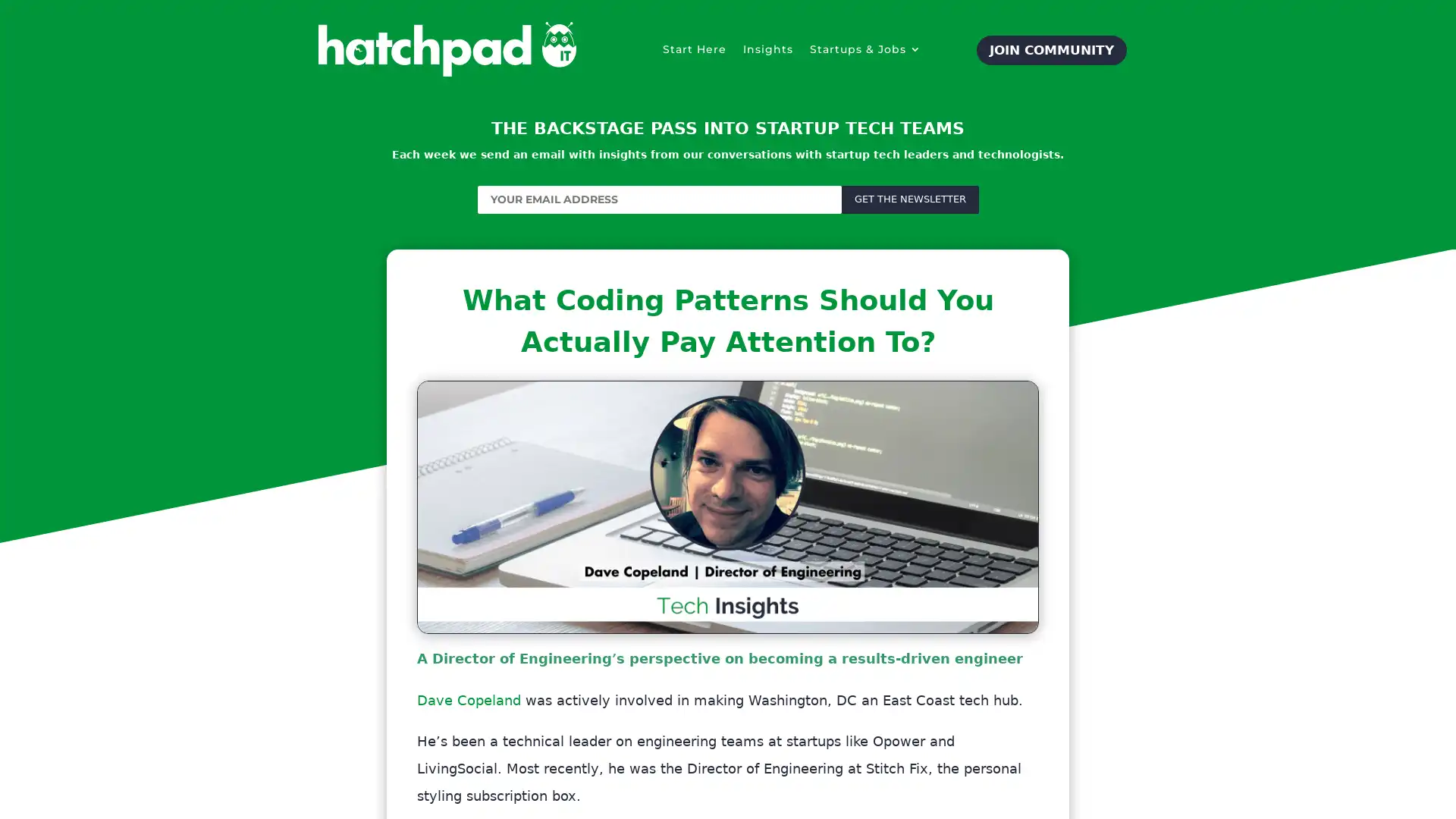 The height and width of the screenshot is (819, 1456). I want to click on GET THE NEWSLETTER, so click(909, 198).